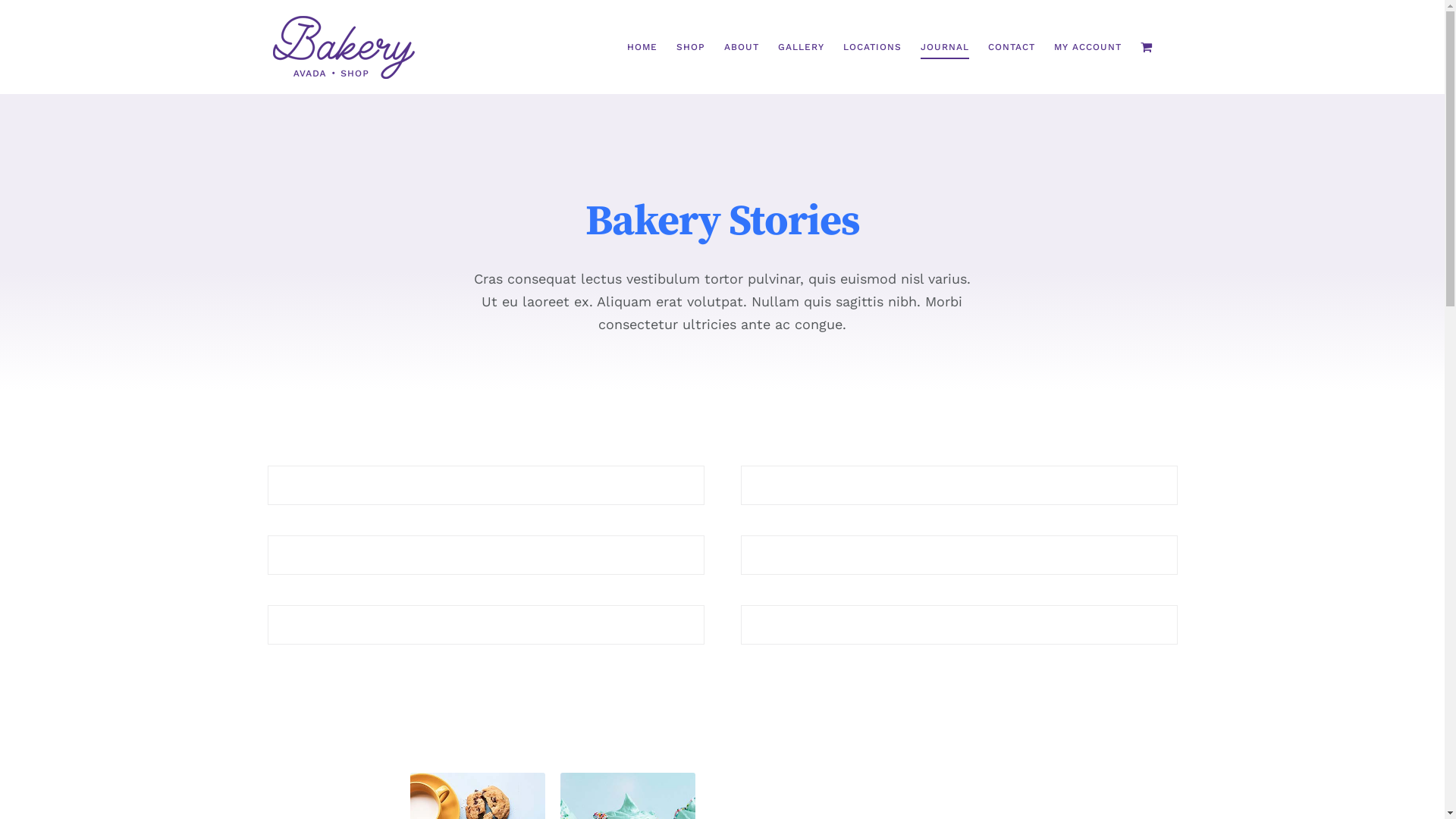  I want to click on 'MY ACCOUNT', so click(1087, 45).